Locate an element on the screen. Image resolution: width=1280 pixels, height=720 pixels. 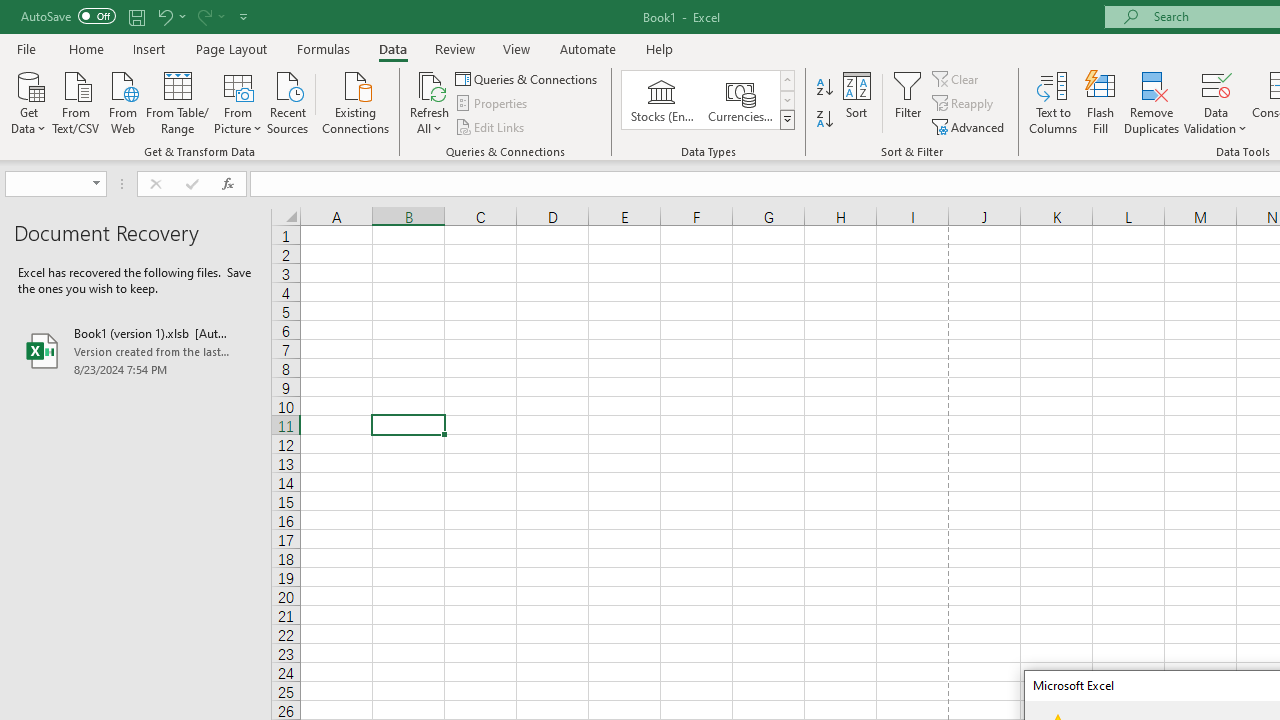
'Sort...' is located at coordinates (856, 103).